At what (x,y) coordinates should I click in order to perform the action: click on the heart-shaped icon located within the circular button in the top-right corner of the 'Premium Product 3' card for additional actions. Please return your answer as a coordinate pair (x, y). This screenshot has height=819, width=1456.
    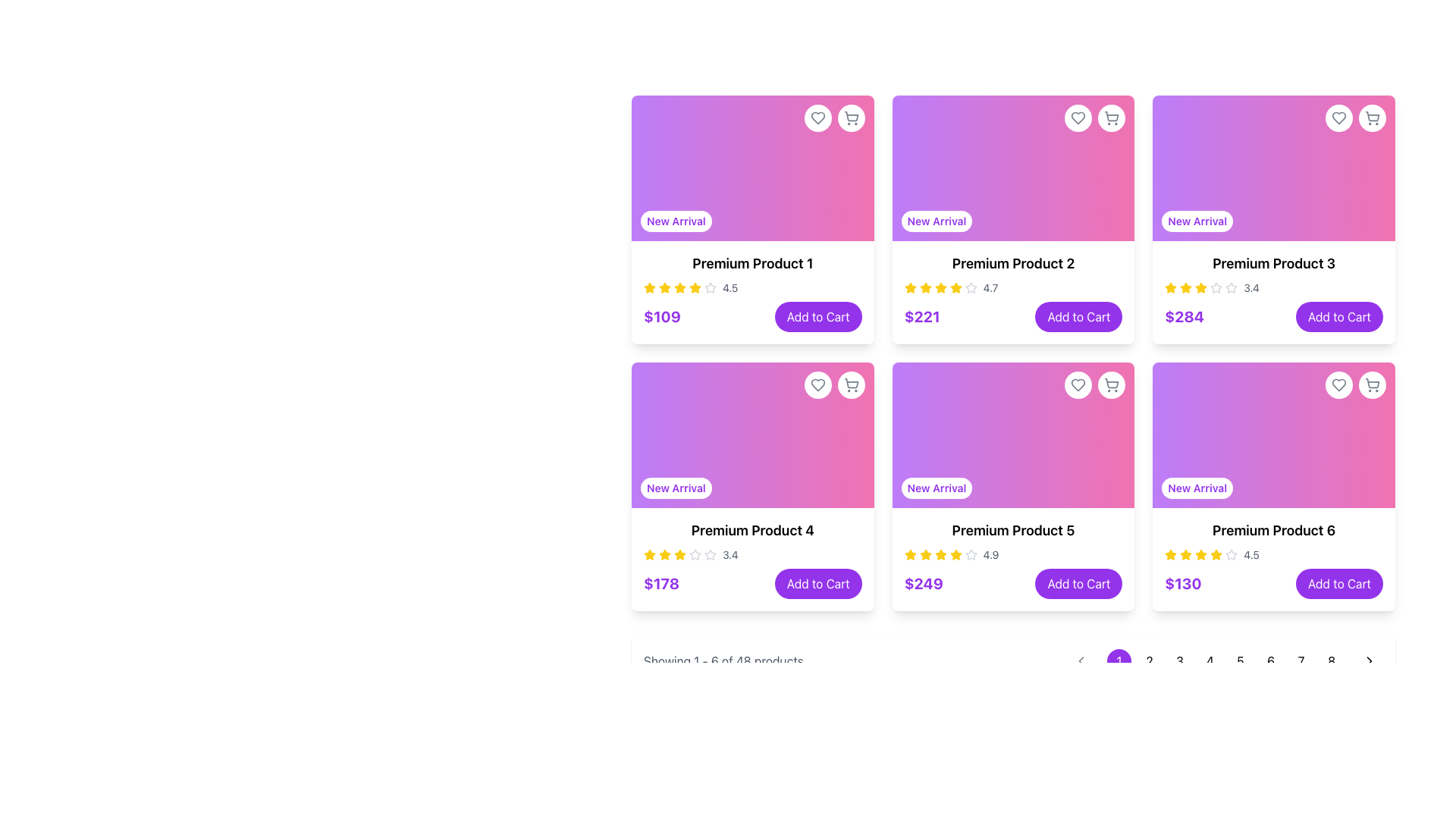
    Looking at the image, I should click on (1339, 117).